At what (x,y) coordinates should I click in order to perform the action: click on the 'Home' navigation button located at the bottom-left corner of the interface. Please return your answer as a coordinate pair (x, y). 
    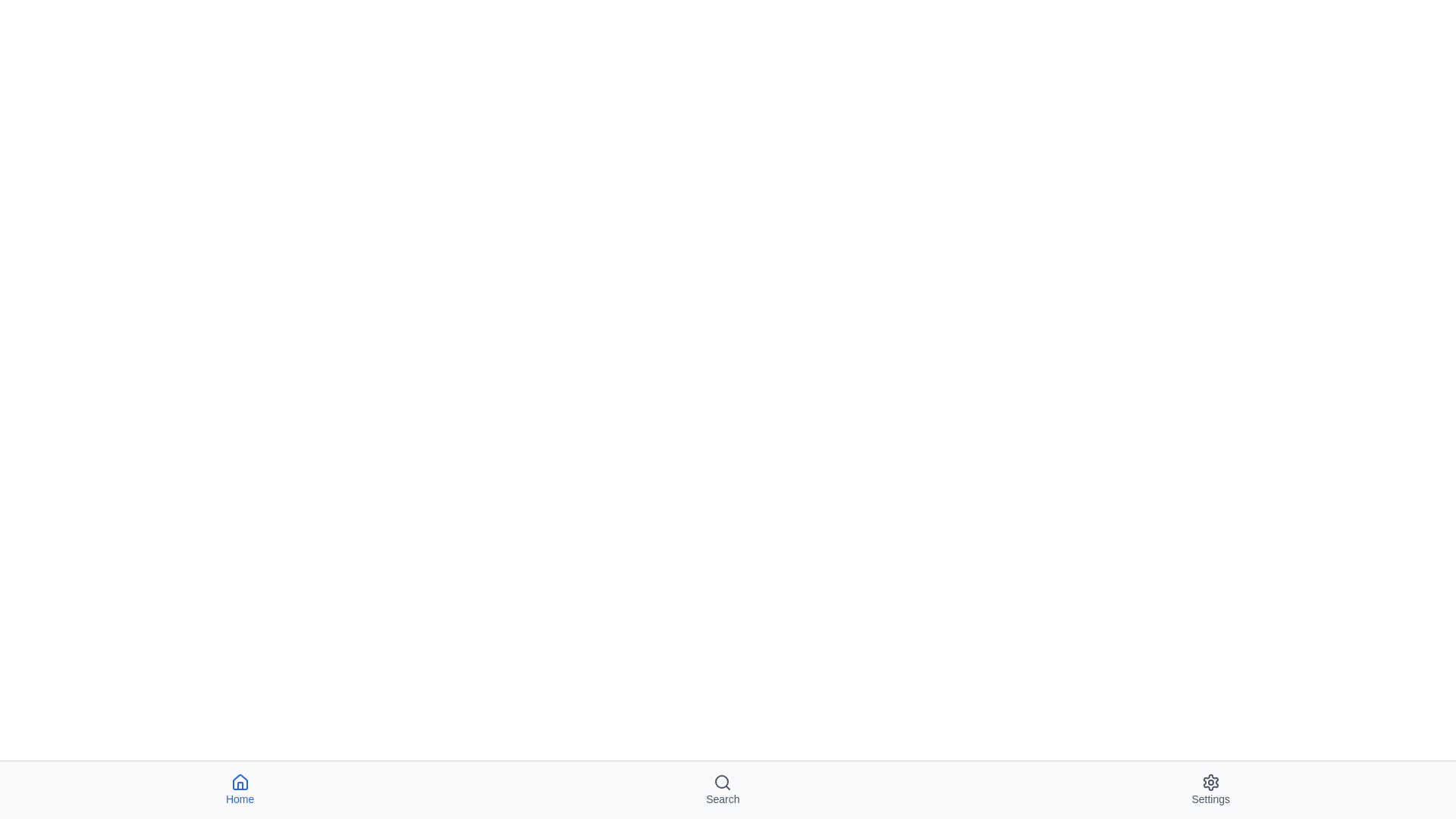
    Looking at the image, I should click on (239, 789).